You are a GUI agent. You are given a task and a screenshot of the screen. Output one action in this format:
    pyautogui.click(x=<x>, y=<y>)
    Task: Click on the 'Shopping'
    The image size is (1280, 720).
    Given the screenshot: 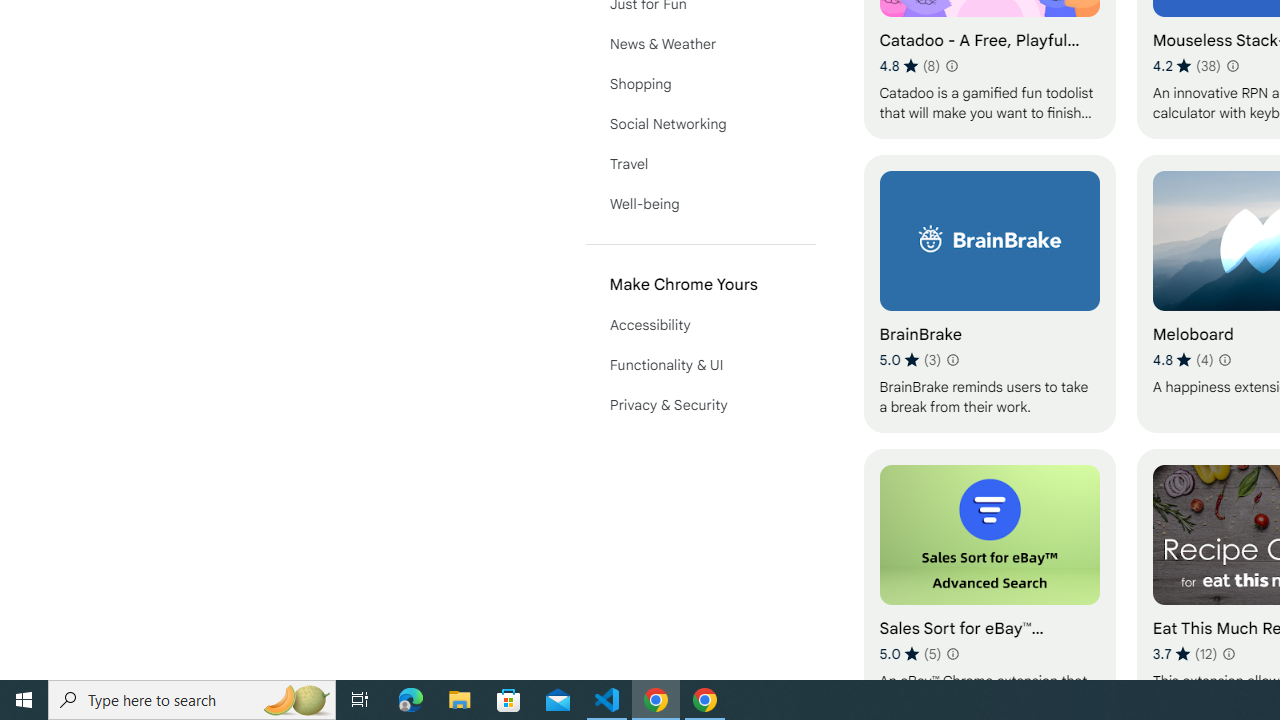 What is the action you would take?
    pyautogui.click(x=700, y=82)
    